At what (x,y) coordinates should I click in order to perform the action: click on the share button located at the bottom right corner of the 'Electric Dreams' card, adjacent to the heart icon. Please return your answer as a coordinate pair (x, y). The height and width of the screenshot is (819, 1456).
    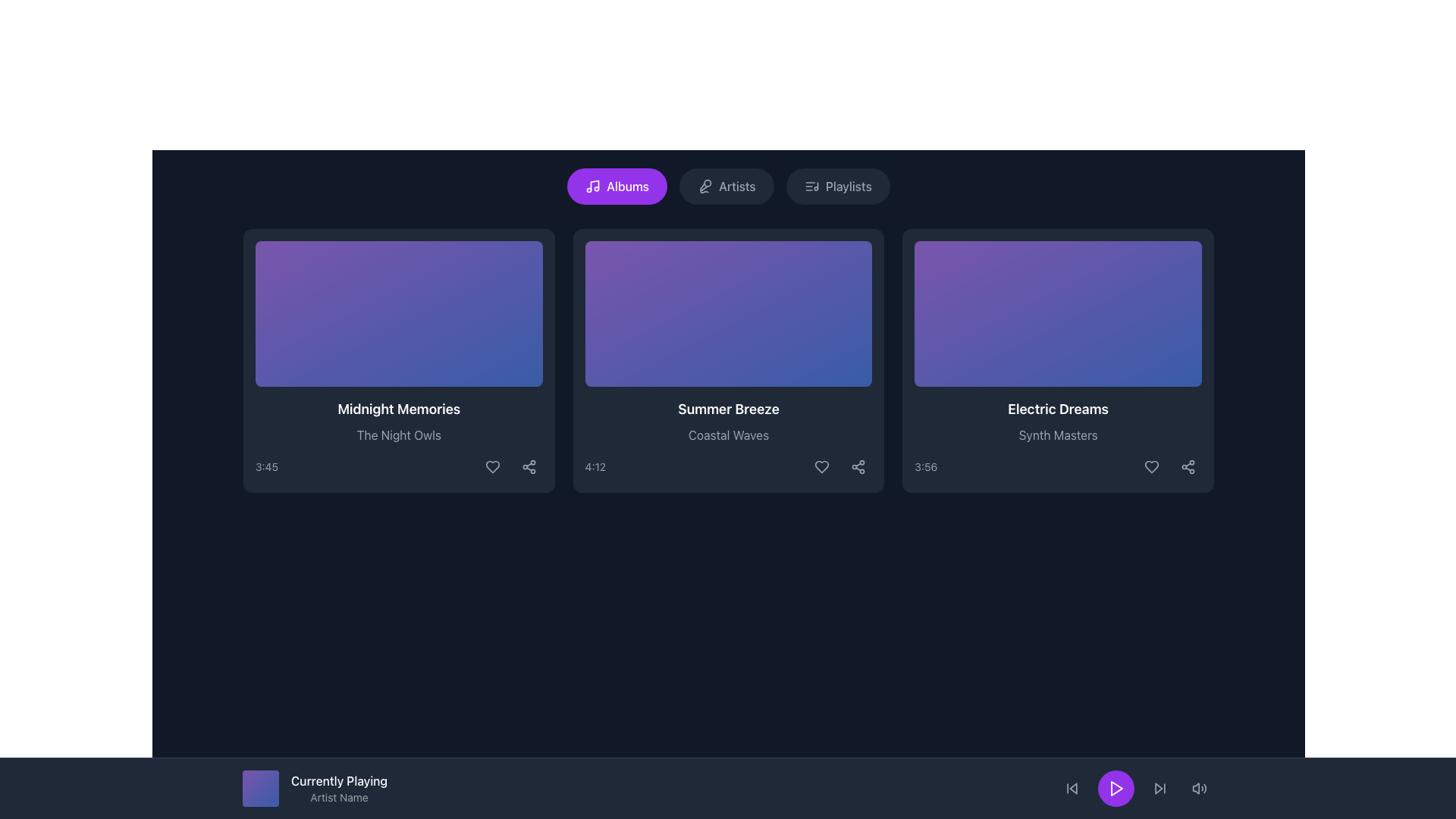
    Looking at the image, I should click on (1187, 466).